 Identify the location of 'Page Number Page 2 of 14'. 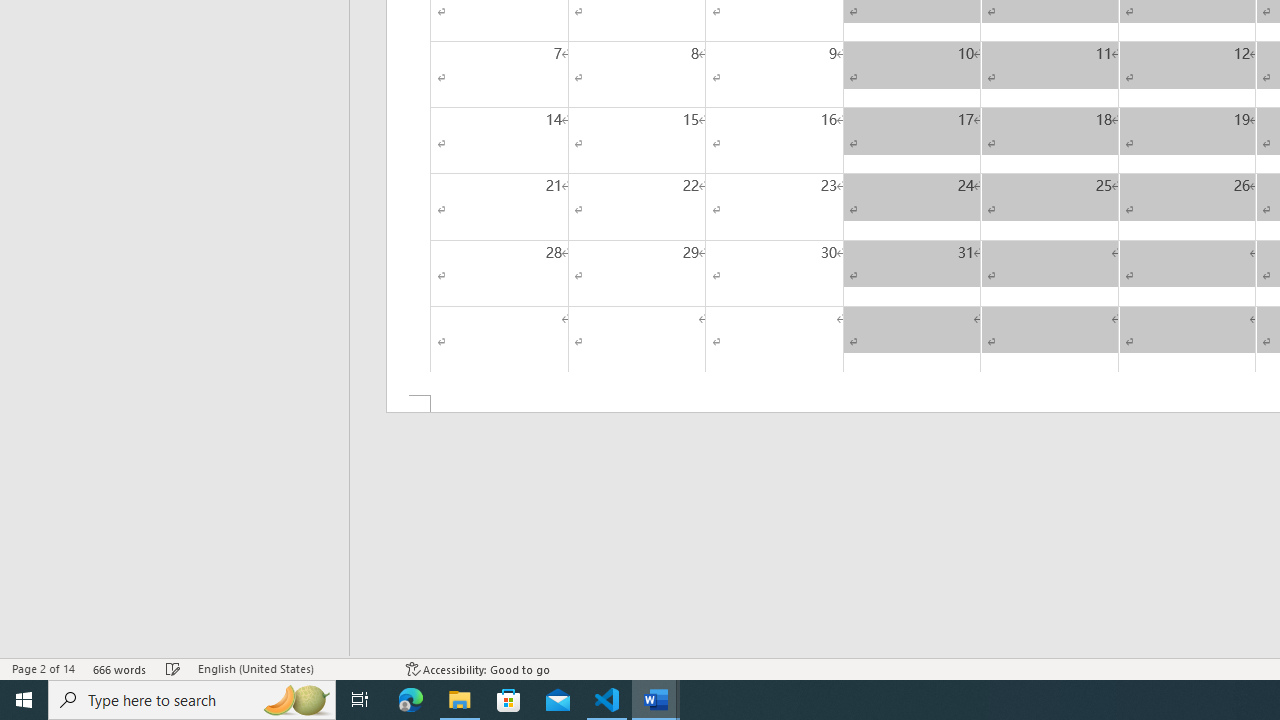
(43, 669).